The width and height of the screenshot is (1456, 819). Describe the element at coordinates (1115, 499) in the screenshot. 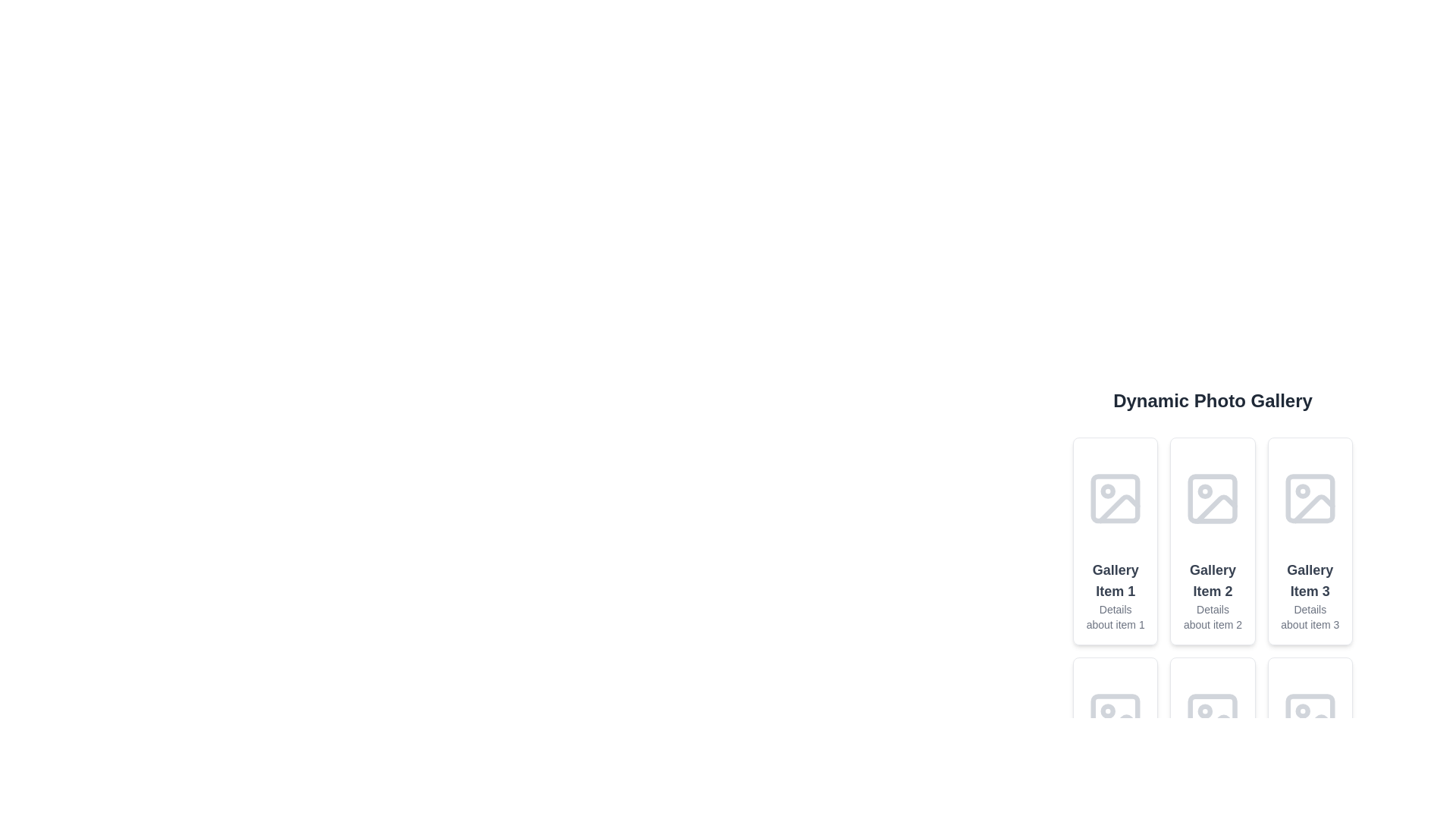

I see `the icon representing the gallery image placeholder located at the top section of the first gallery card under 'Dynamic Photo Gallery', above the text 'Gallery Item 1'` at that location.